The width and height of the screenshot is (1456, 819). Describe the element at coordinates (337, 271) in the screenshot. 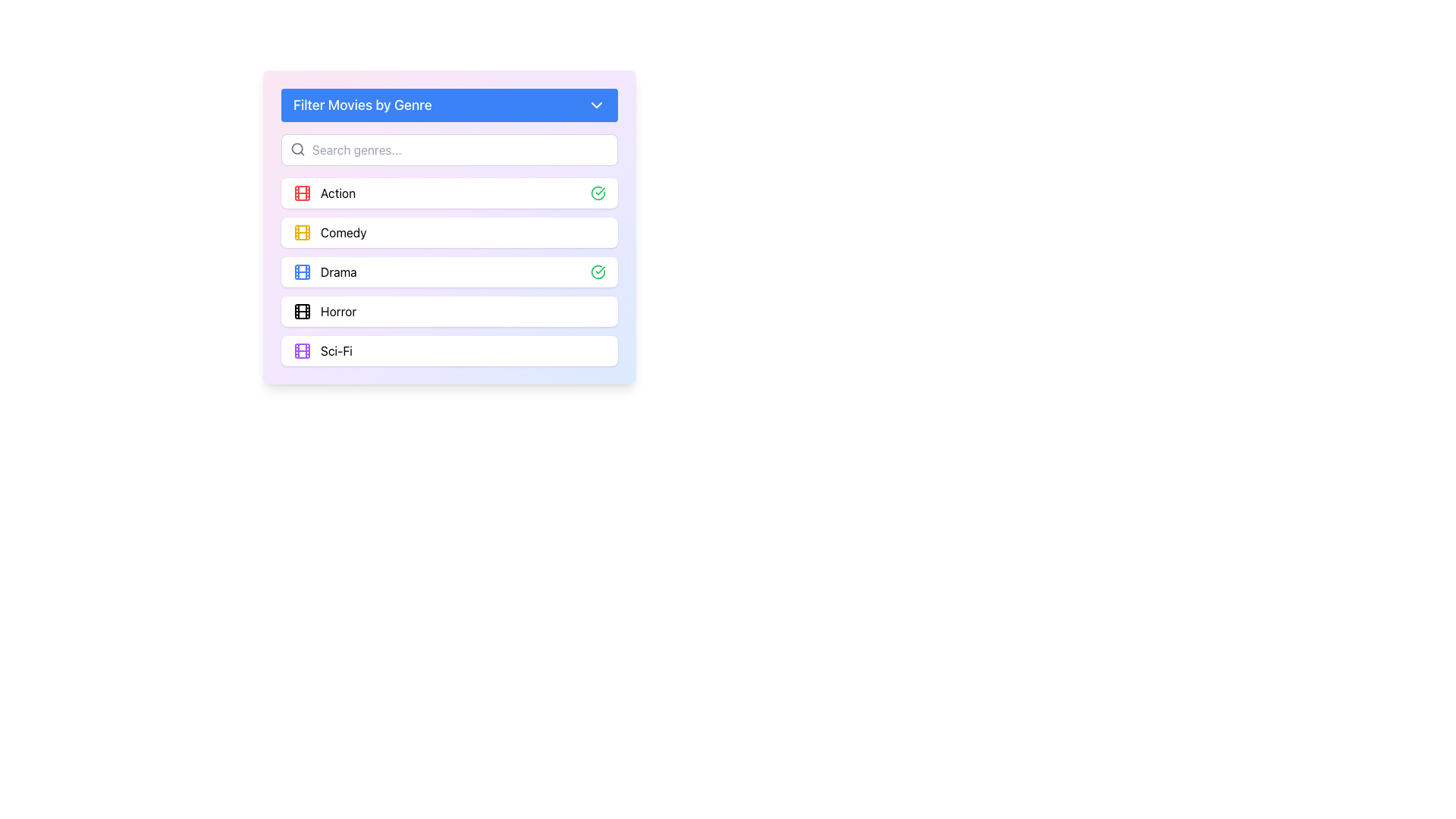

I see `the 'Drama' text label` at that location.